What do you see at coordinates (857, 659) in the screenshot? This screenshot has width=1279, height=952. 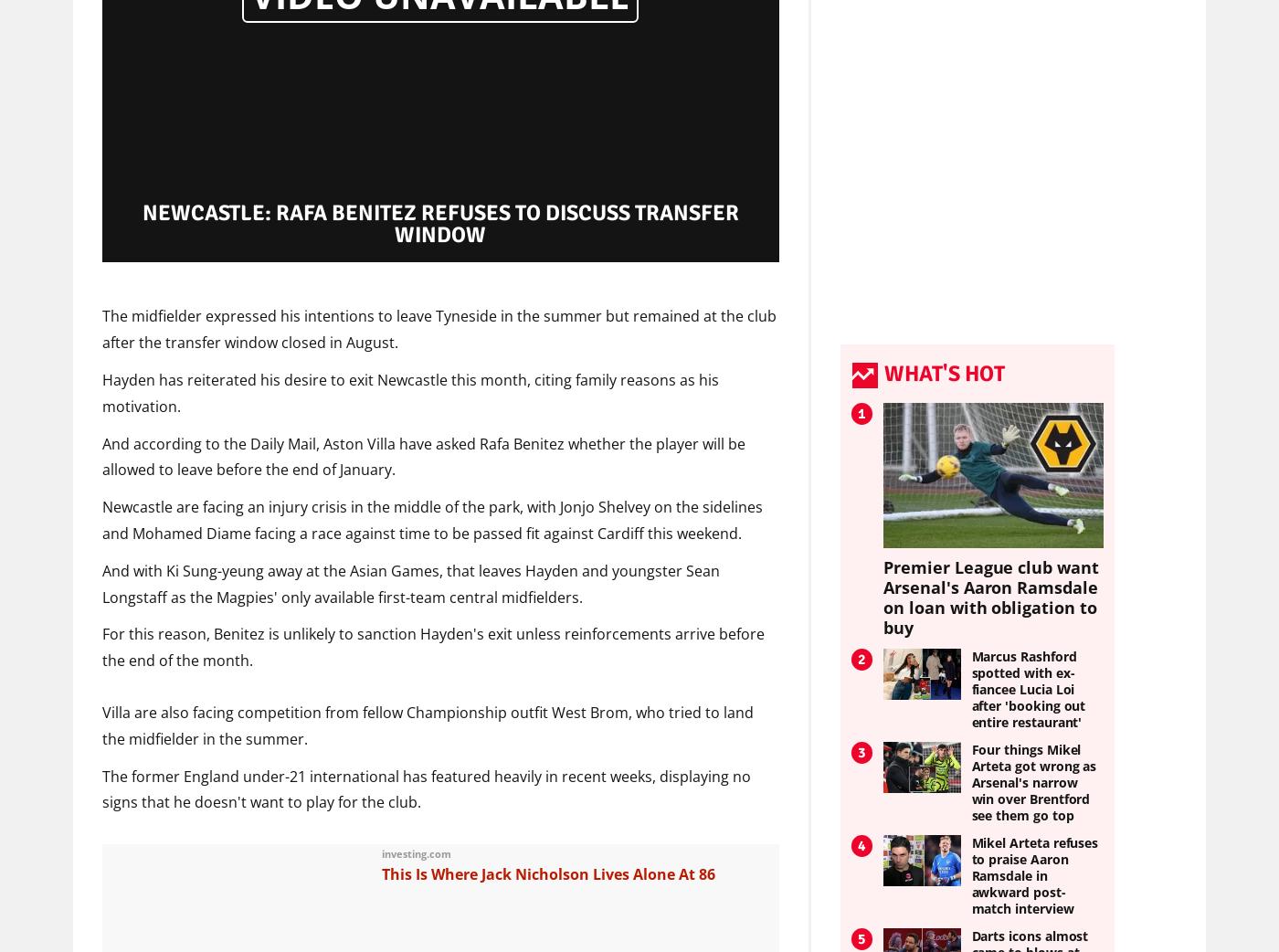 I see `'2'` at bounding box center [857, 659].